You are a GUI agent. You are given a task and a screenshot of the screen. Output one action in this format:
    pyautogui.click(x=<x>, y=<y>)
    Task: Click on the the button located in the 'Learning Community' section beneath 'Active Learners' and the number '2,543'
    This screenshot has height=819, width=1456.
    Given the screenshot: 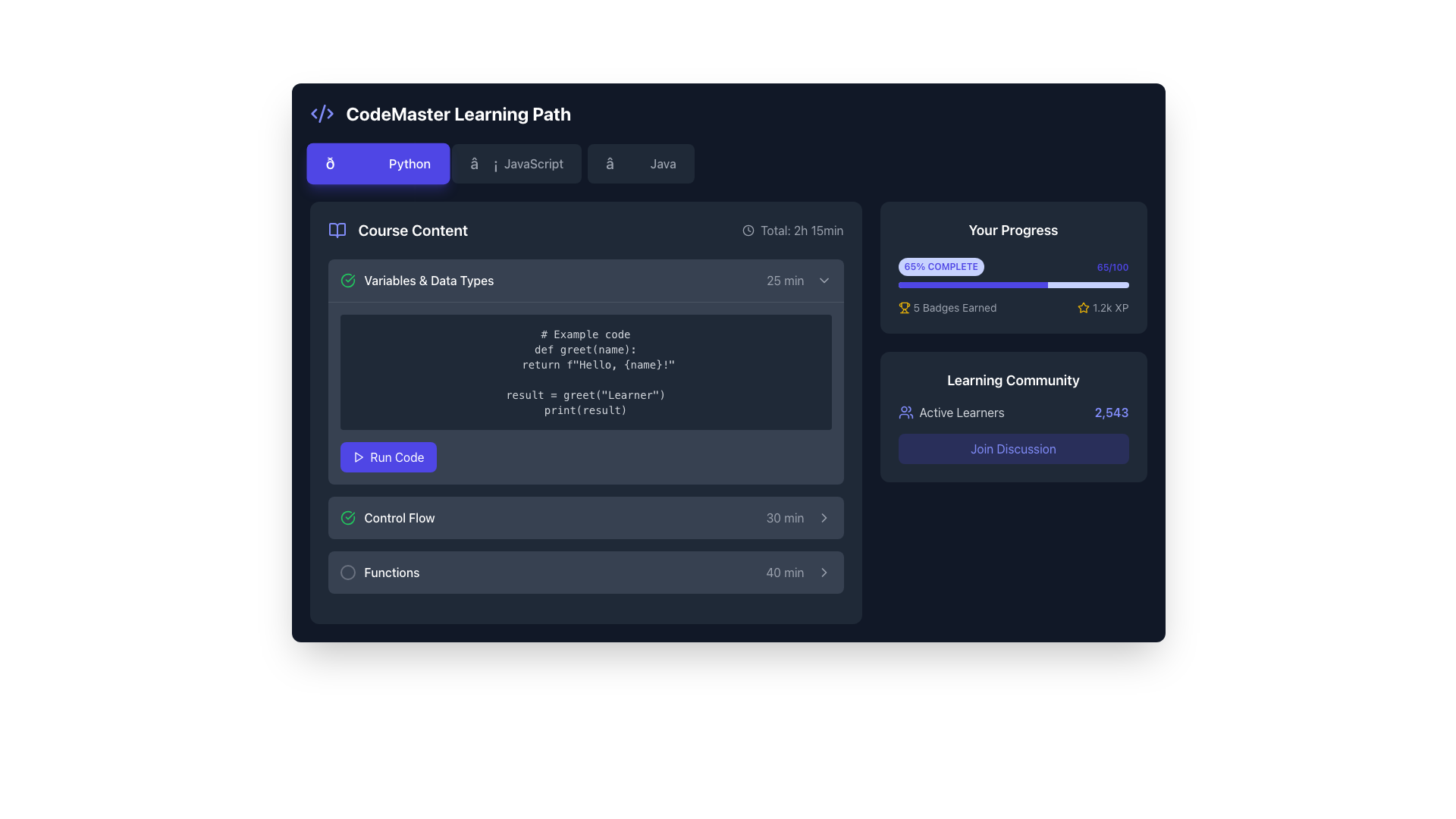 What is the action you would take?
    pyautogui.click(x=1013, y=433)
    